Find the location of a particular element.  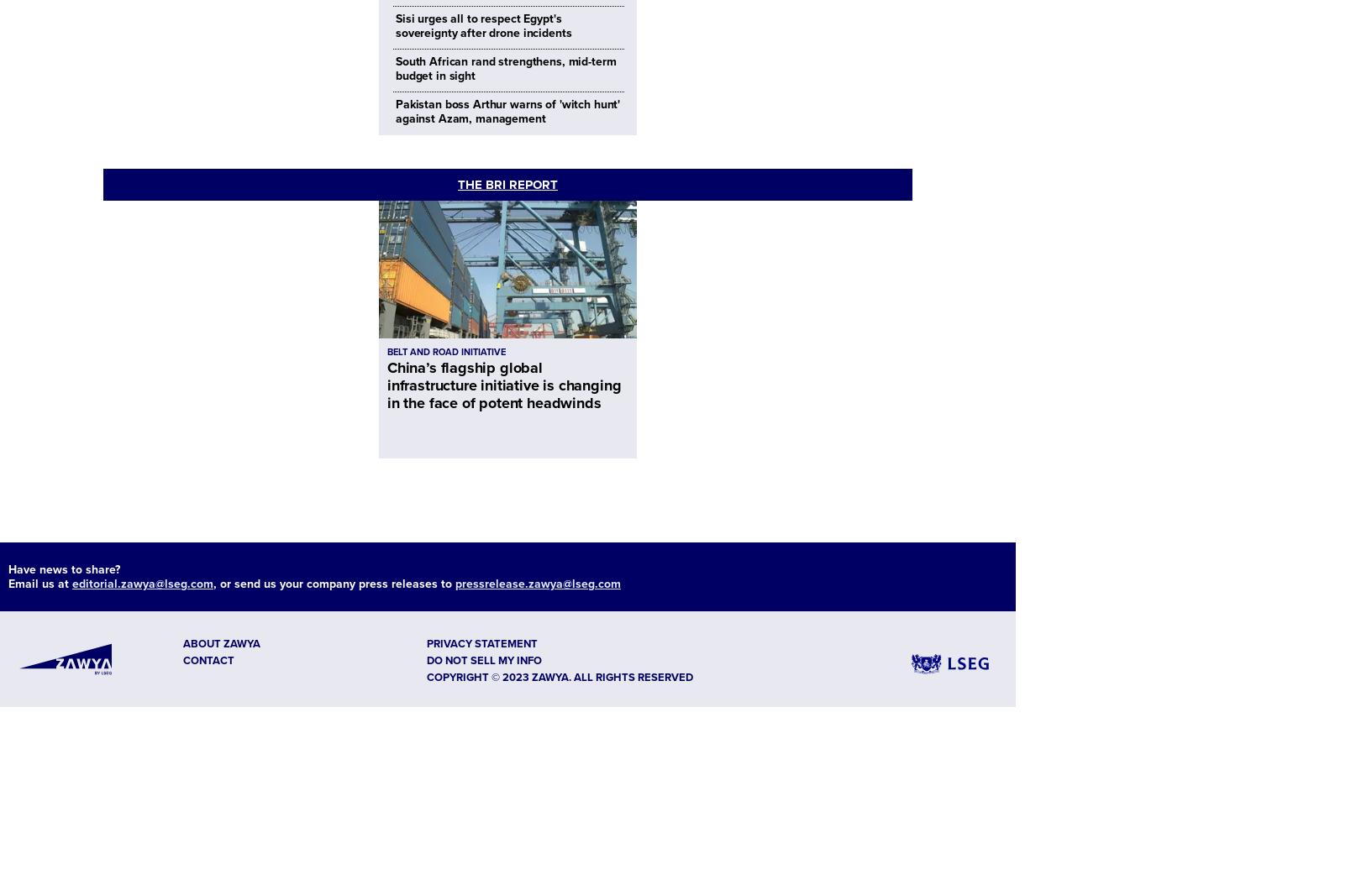

'Sisi urges all to respect Egypt's sovereignty after drone incidents' is located at coordinates (395, 24).